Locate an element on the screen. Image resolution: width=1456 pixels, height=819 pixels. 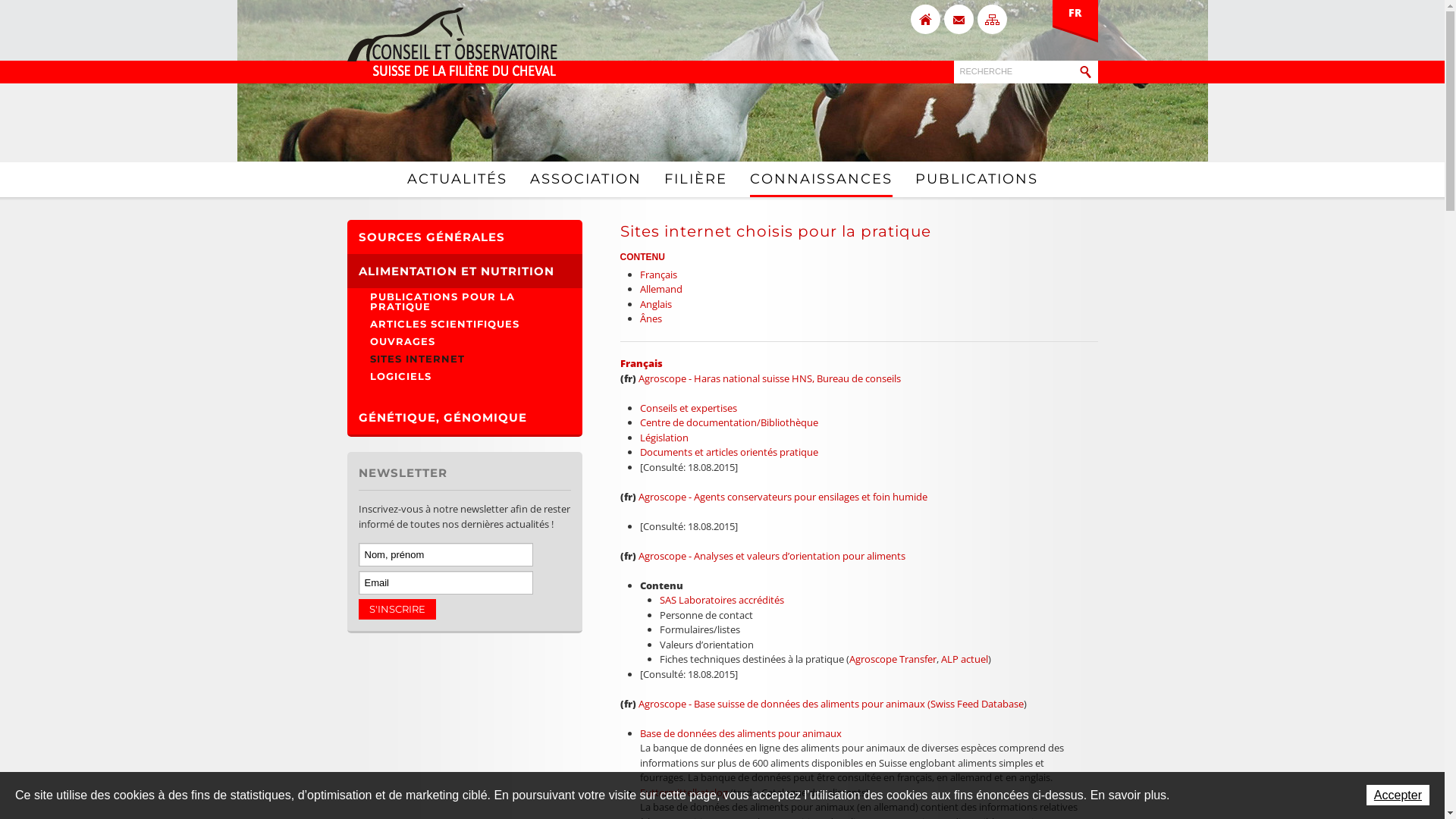
'Contact' is located at coordinates (957, 19).